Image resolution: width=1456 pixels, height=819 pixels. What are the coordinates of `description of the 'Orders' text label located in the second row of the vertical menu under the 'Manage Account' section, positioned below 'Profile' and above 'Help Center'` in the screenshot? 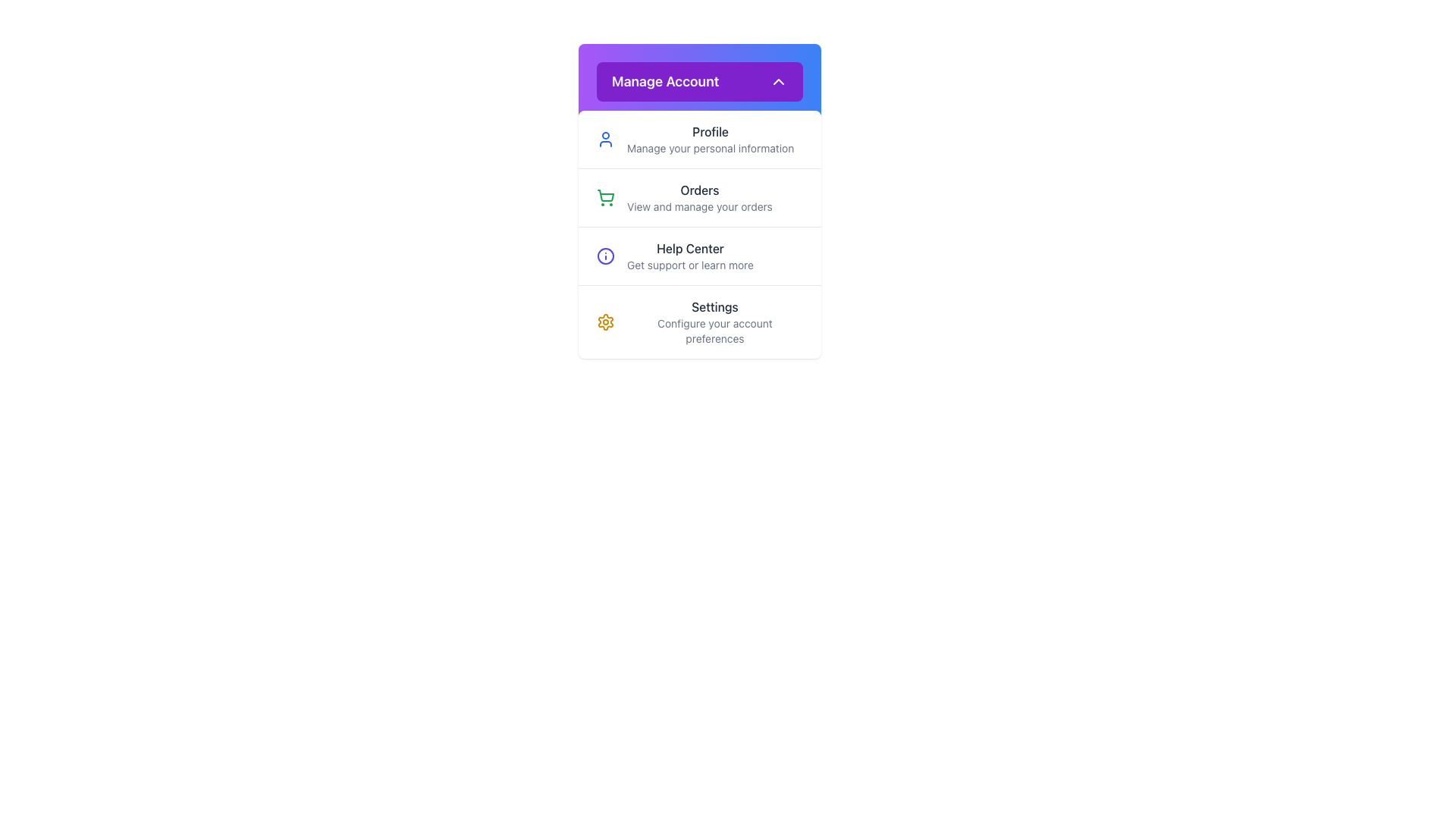 It's located at (698, 197).